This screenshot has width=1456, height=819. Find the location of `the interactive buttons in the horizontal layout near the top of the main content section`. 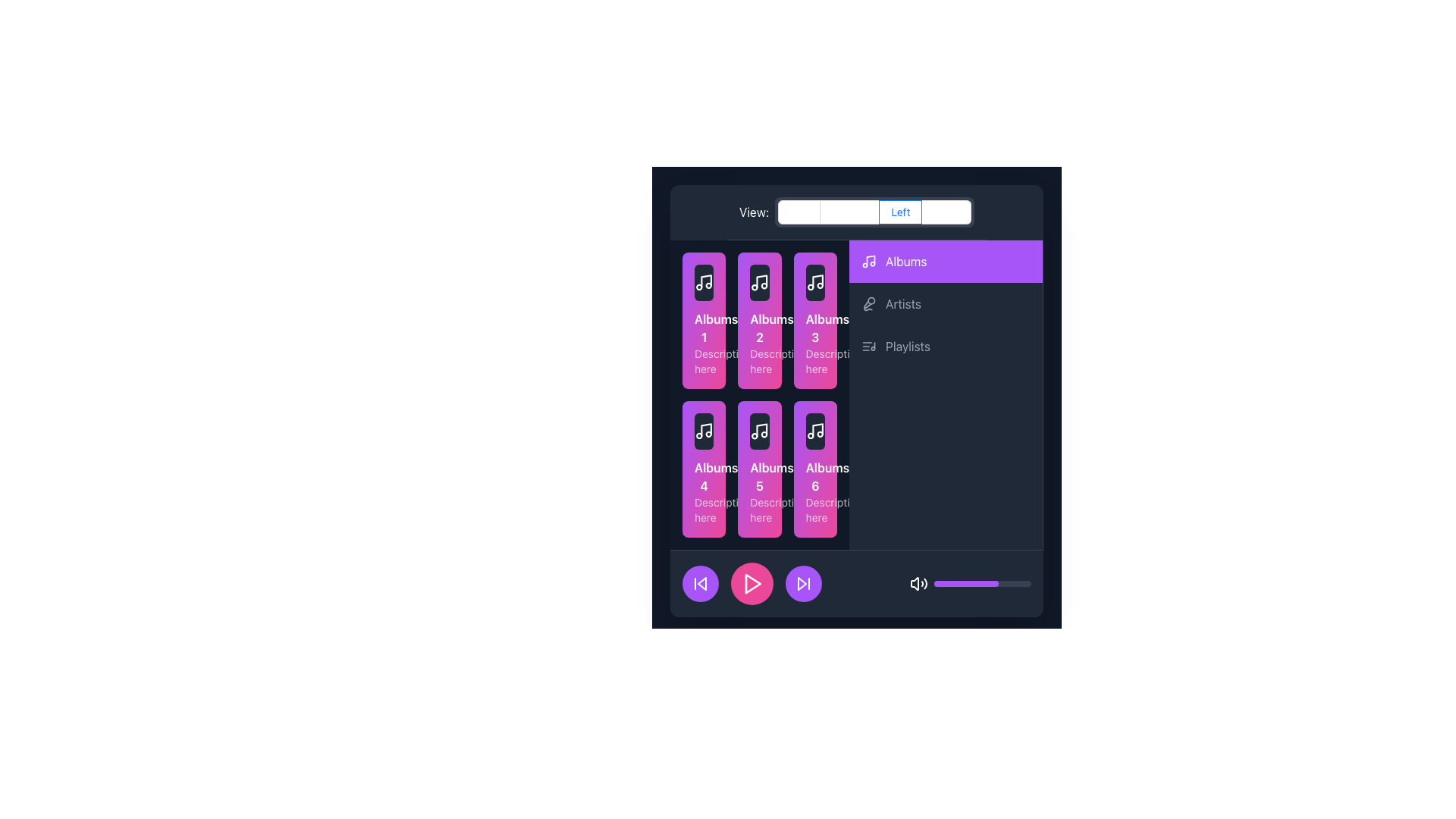

the interactive buttons in the horizontal layout near the top of the main content section is located at coordinates (856, 212).